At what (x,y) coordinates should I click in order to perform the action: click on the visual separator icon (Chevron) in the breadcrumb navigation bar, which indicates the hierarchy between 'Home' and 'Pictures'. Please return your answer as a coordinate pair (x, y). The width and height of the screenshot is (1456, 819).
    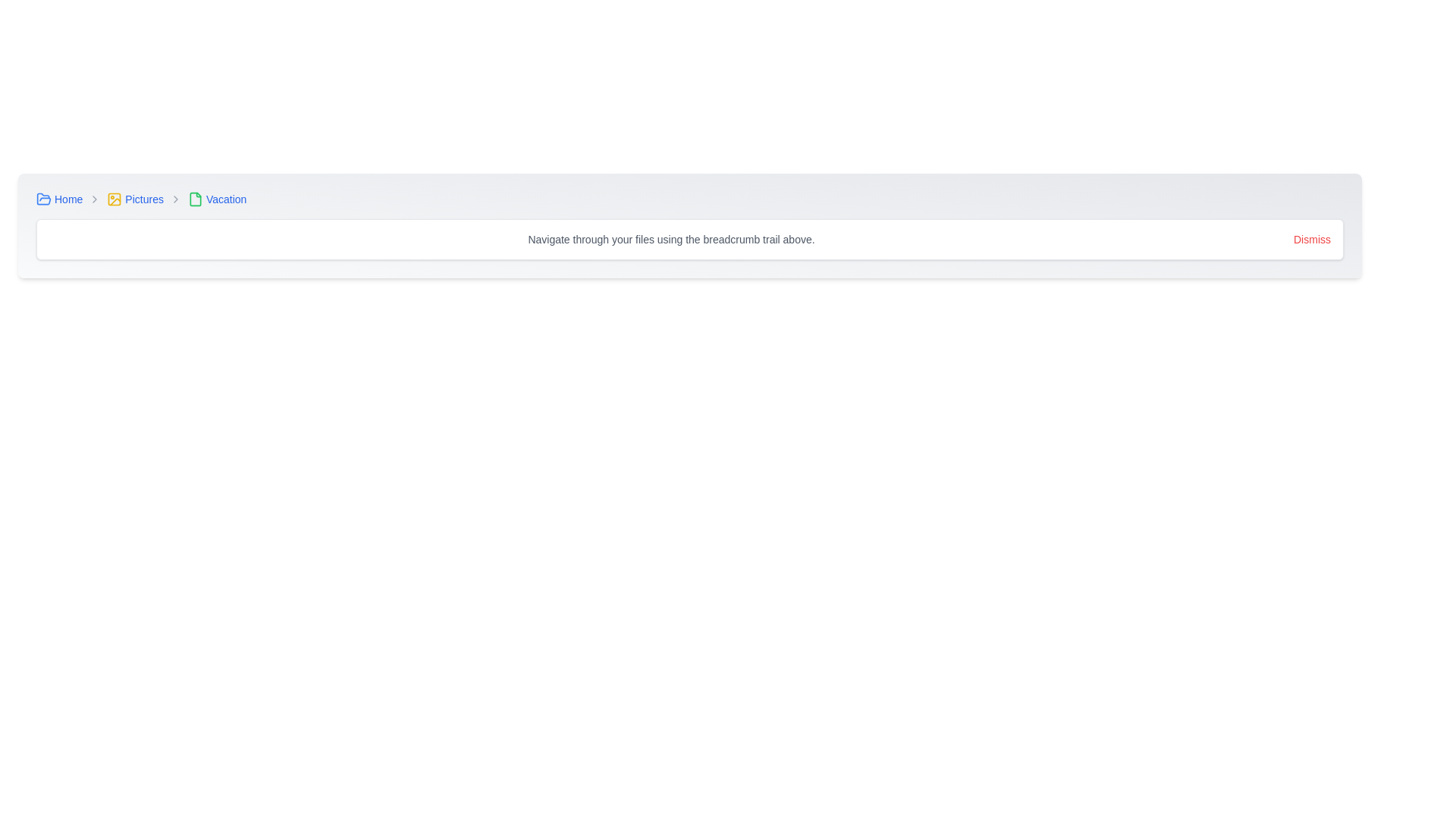
    Looking at the image, I should click on (94, 198).